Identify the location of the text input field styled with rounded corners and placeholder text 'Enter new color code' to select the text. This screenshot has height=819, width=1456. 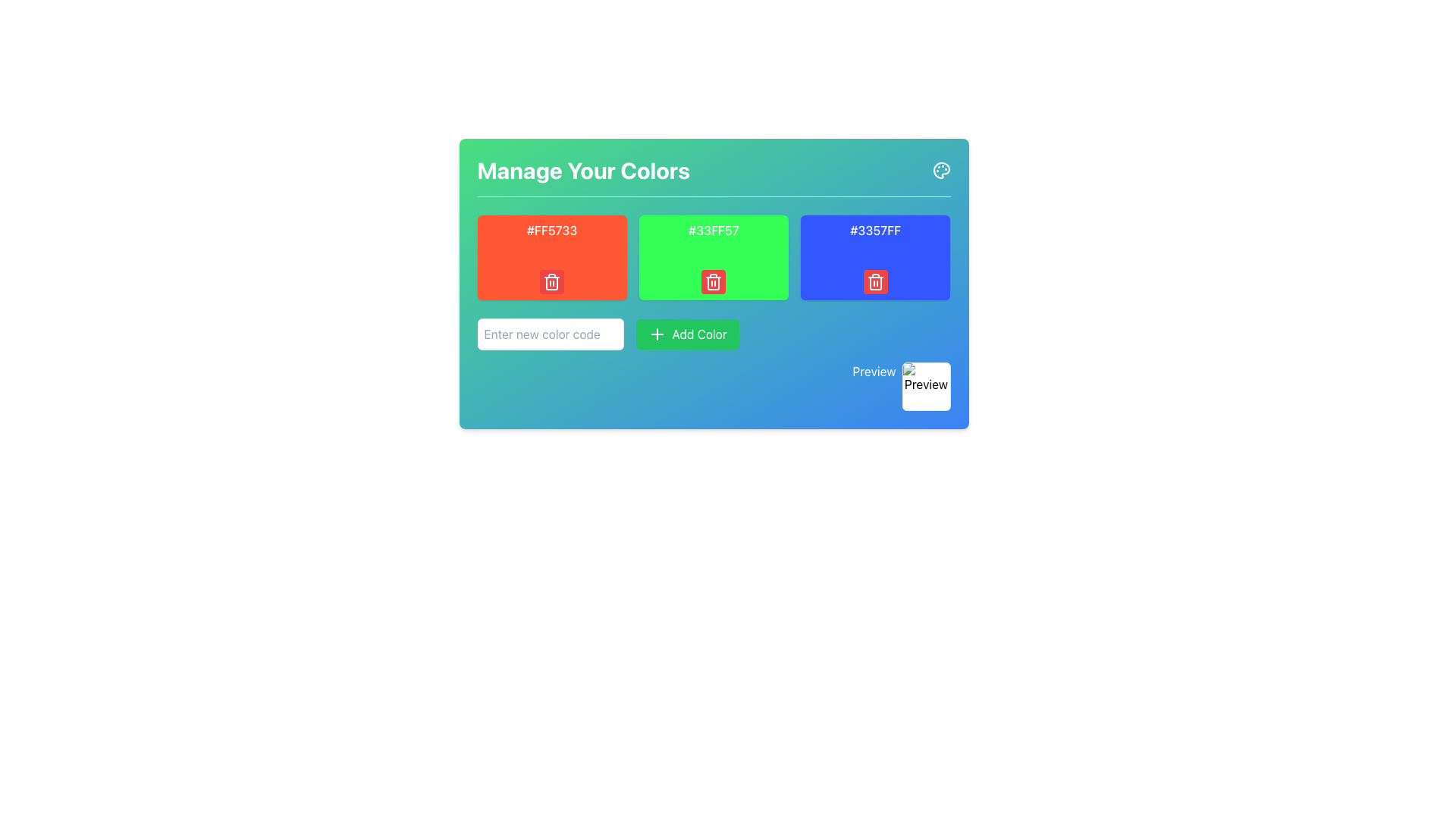
(549, 333).